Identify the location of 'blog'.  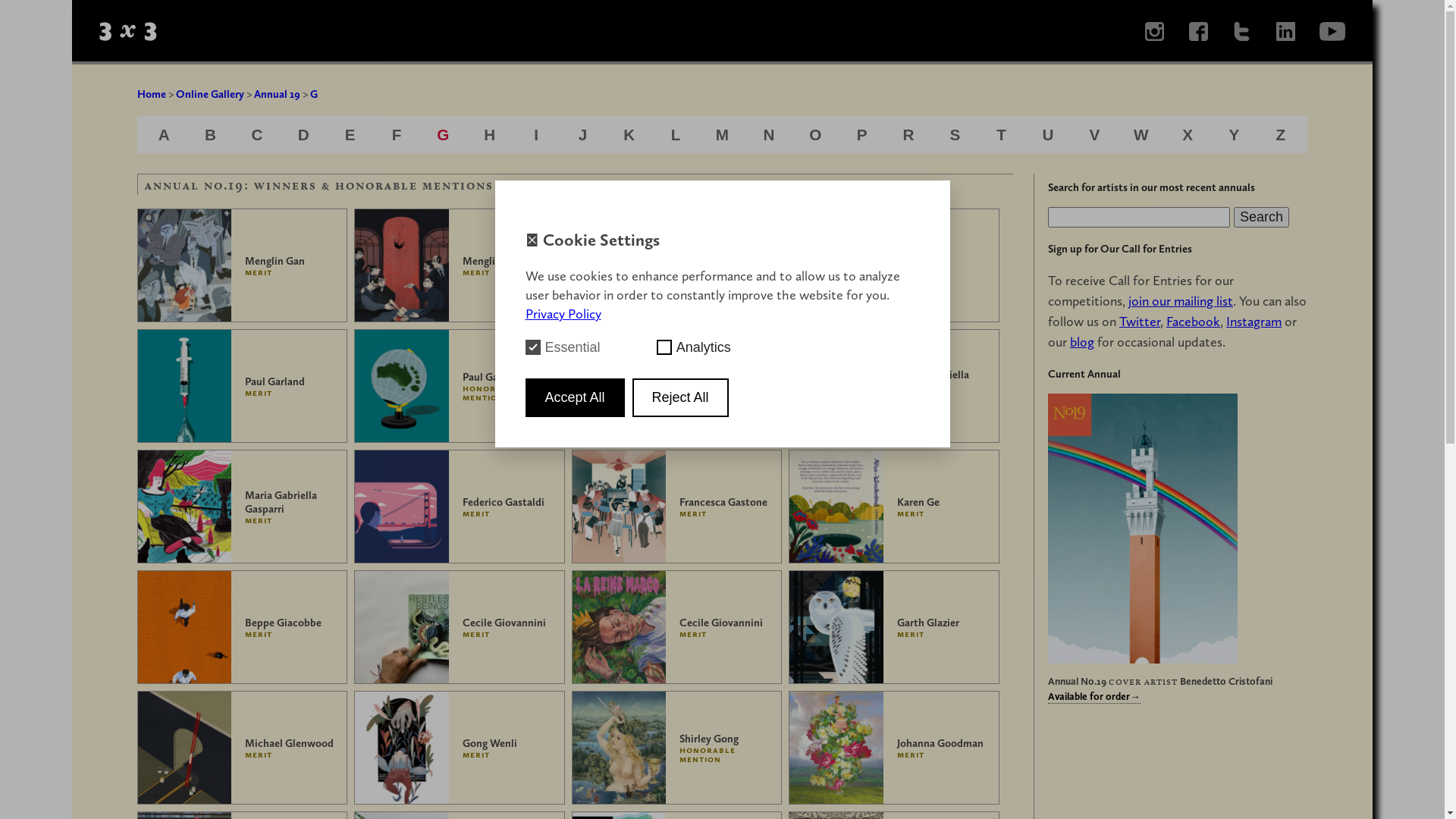
(1081, 342).